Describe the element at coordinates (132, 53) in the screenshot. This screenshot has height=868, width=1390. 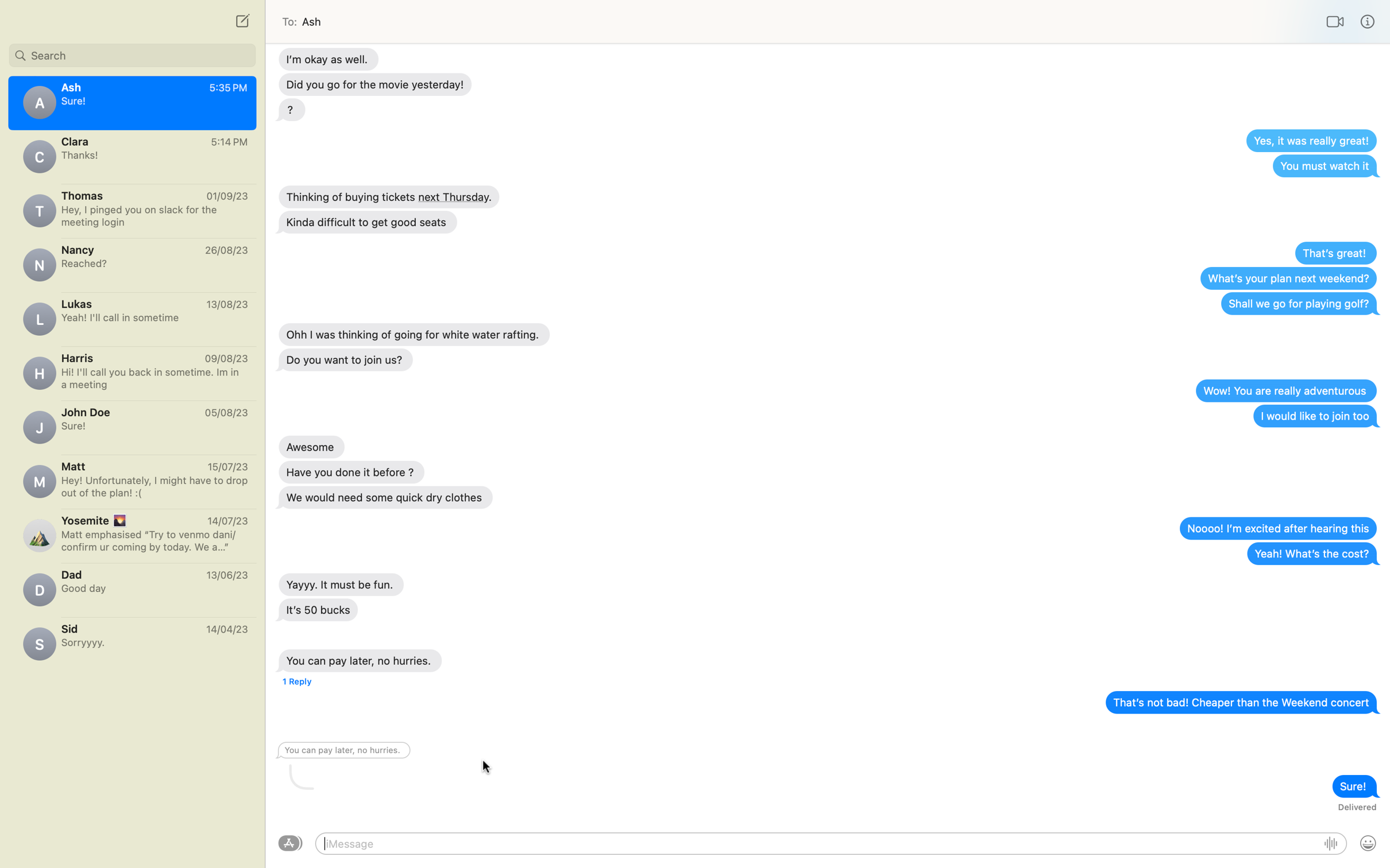
I see `John in contacts and open up his profile` at that location.